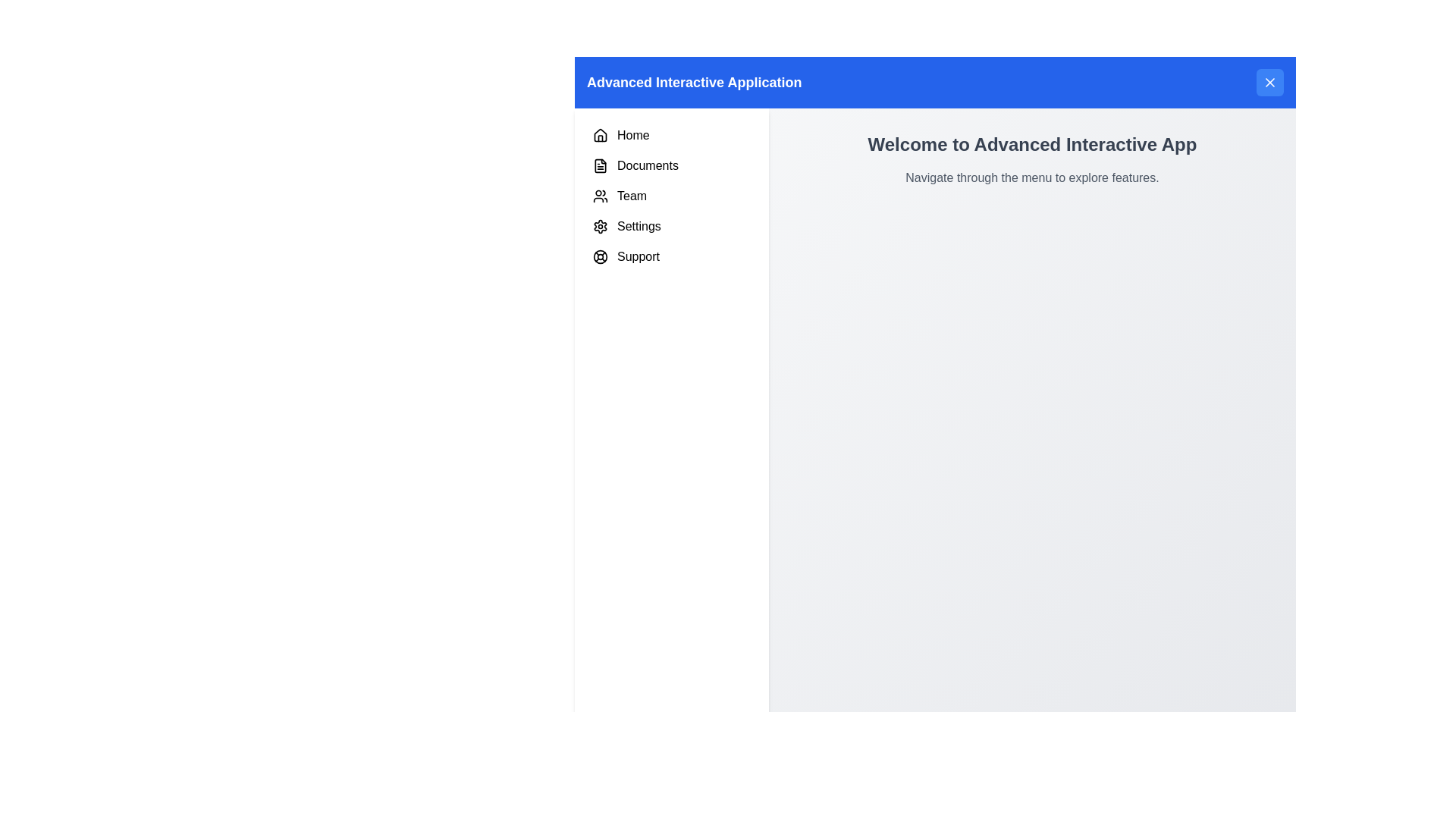 The height and width of the screenshot is (819, 1456). What do you see at coordinates (671, 227) in the screenshot?
I see `the 'Settings' menu item, which is the fourth item in the vertical list on the left sidebar, located between 'Team' and 'Support'` at bounding box center [671, 227].